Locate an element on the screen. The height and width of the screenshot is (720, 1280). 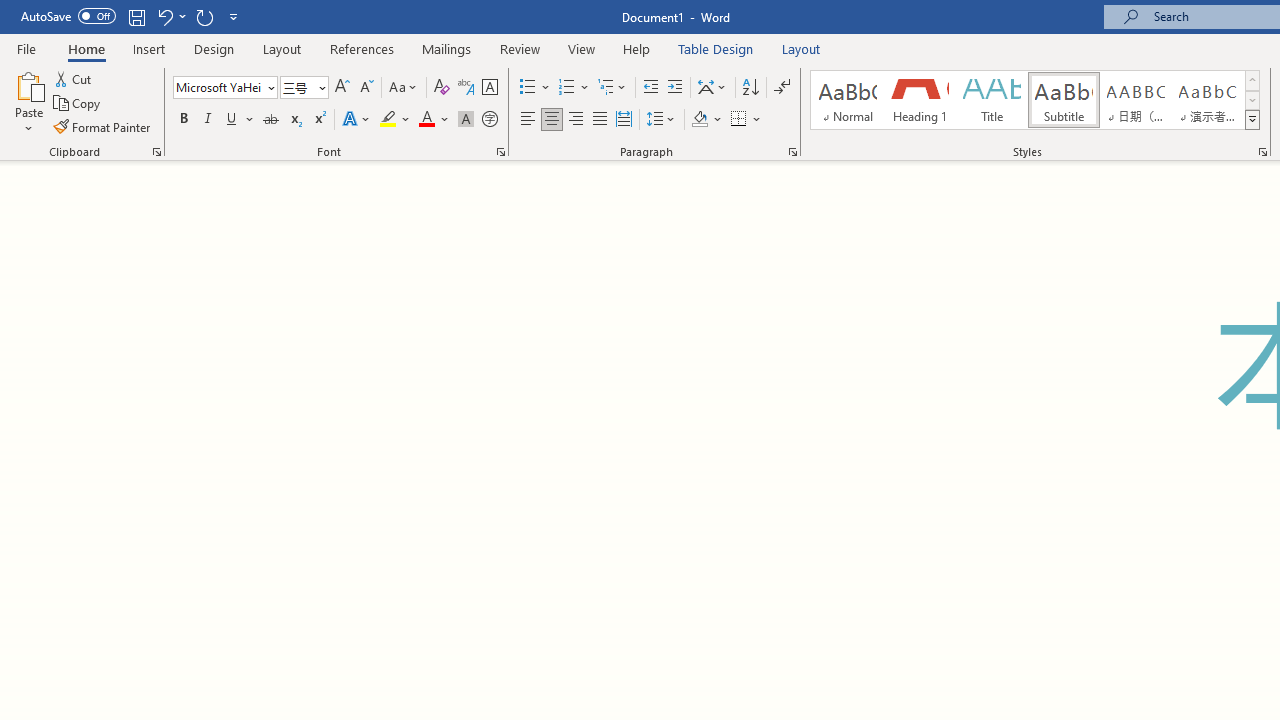
'Font Color Red' is located at coordinates (425, 119).